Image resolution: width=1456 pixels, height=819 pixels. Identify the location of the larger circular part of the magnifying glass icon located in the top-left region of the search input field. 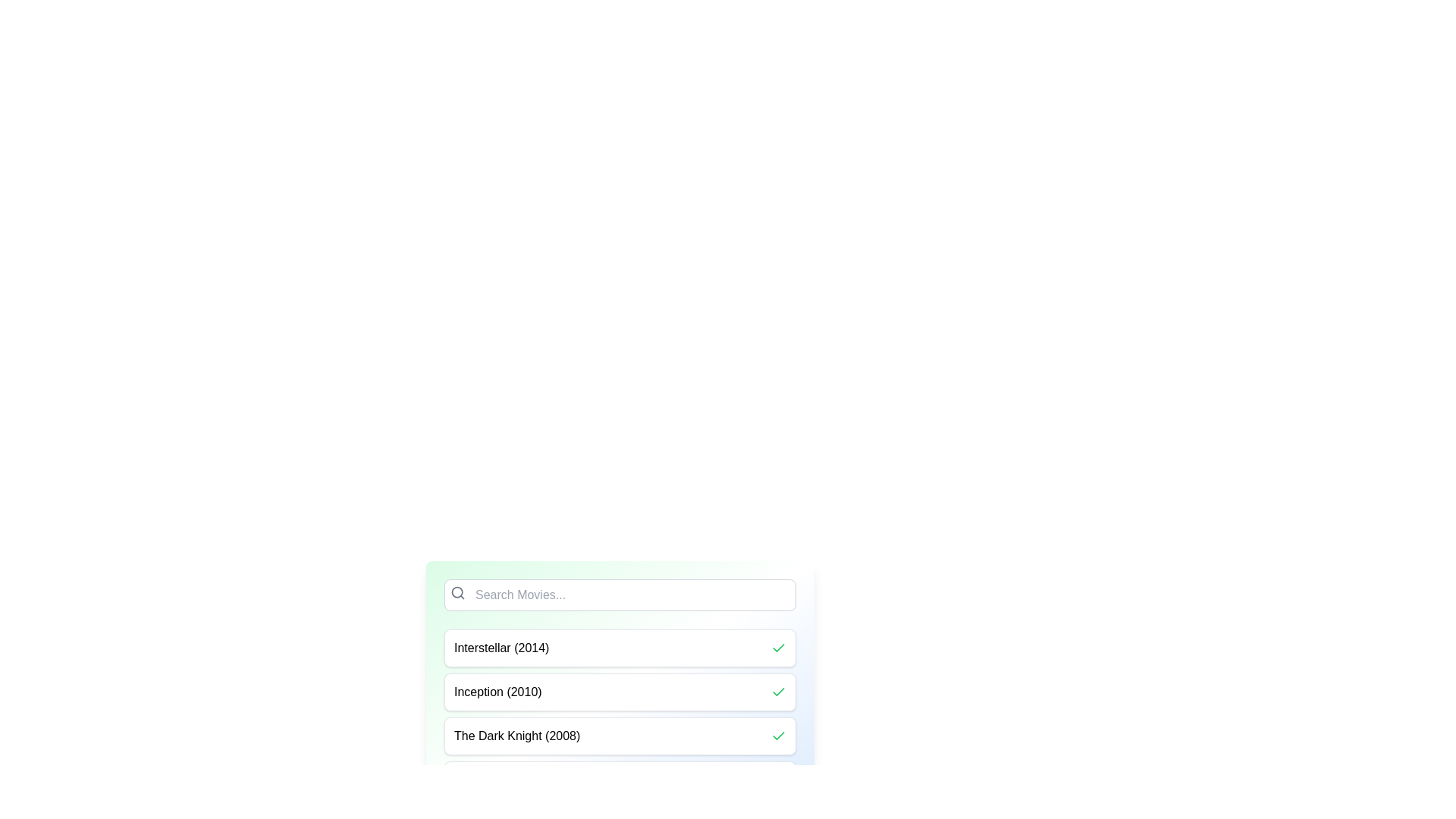
(457, 591).